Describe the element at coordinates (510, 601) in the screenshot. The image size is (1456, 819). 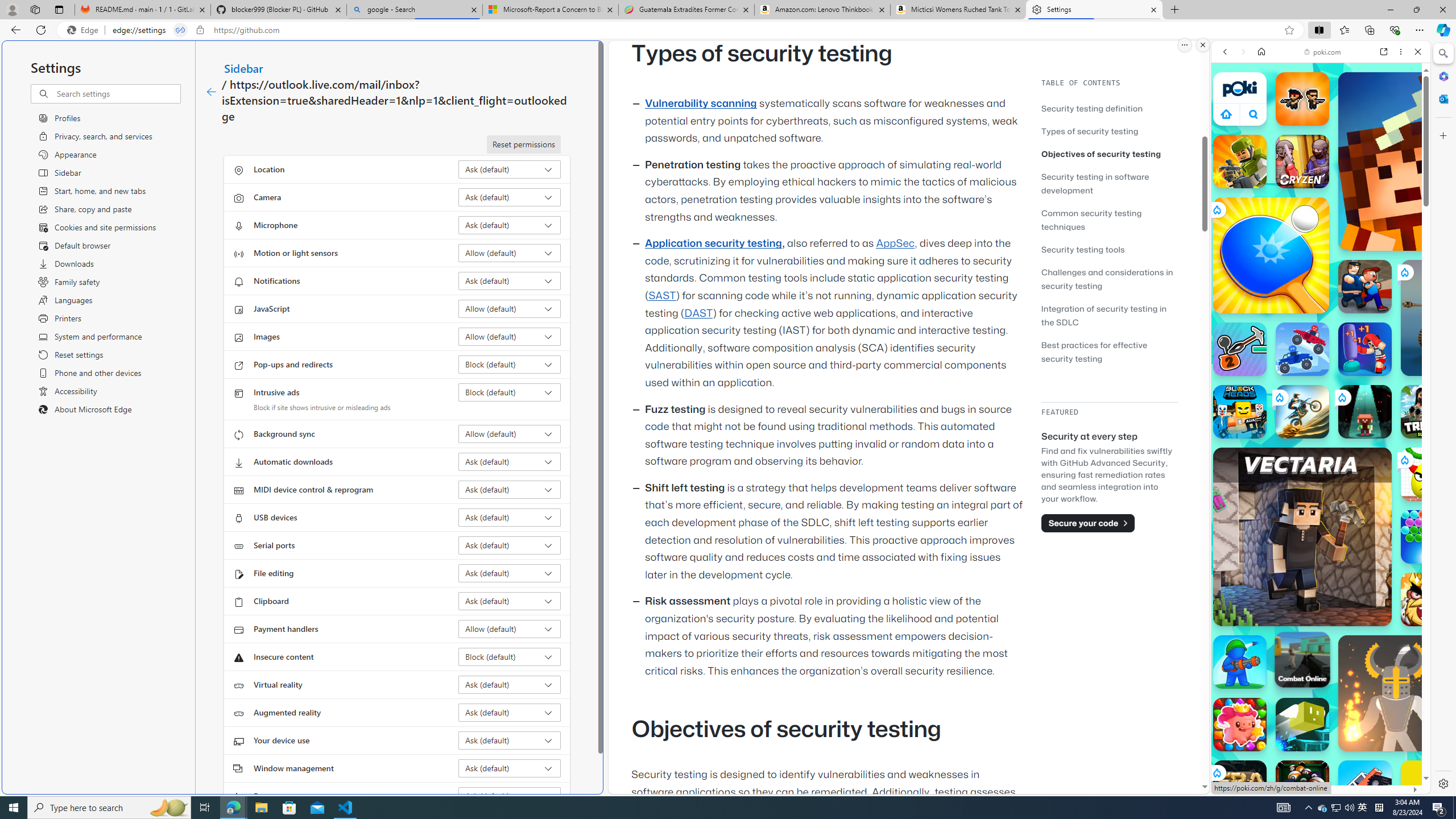
I see `'Clipboard Ask (default)'` at that location.